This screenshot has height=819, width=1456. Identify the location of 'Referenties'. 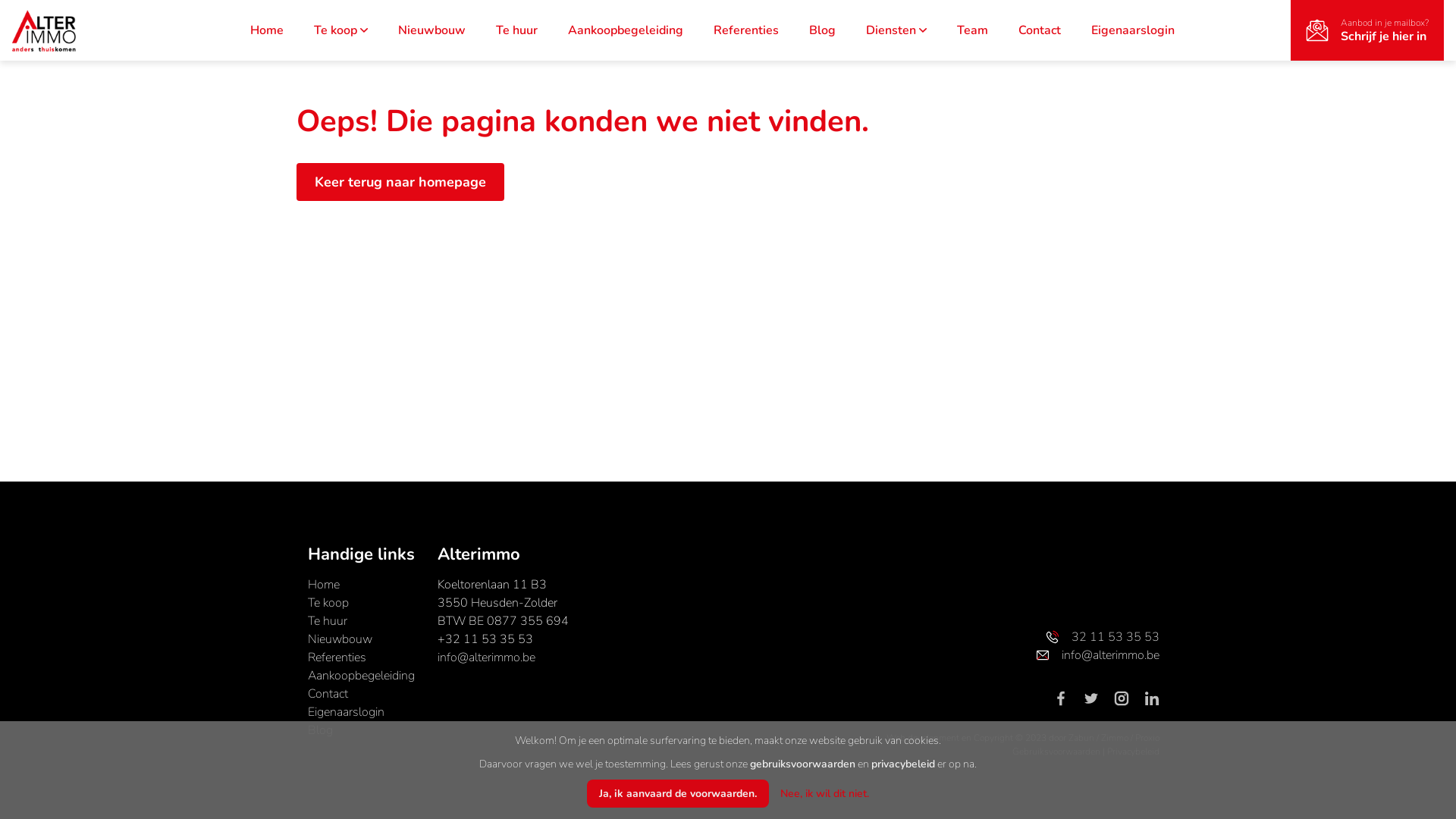
(307, 657).